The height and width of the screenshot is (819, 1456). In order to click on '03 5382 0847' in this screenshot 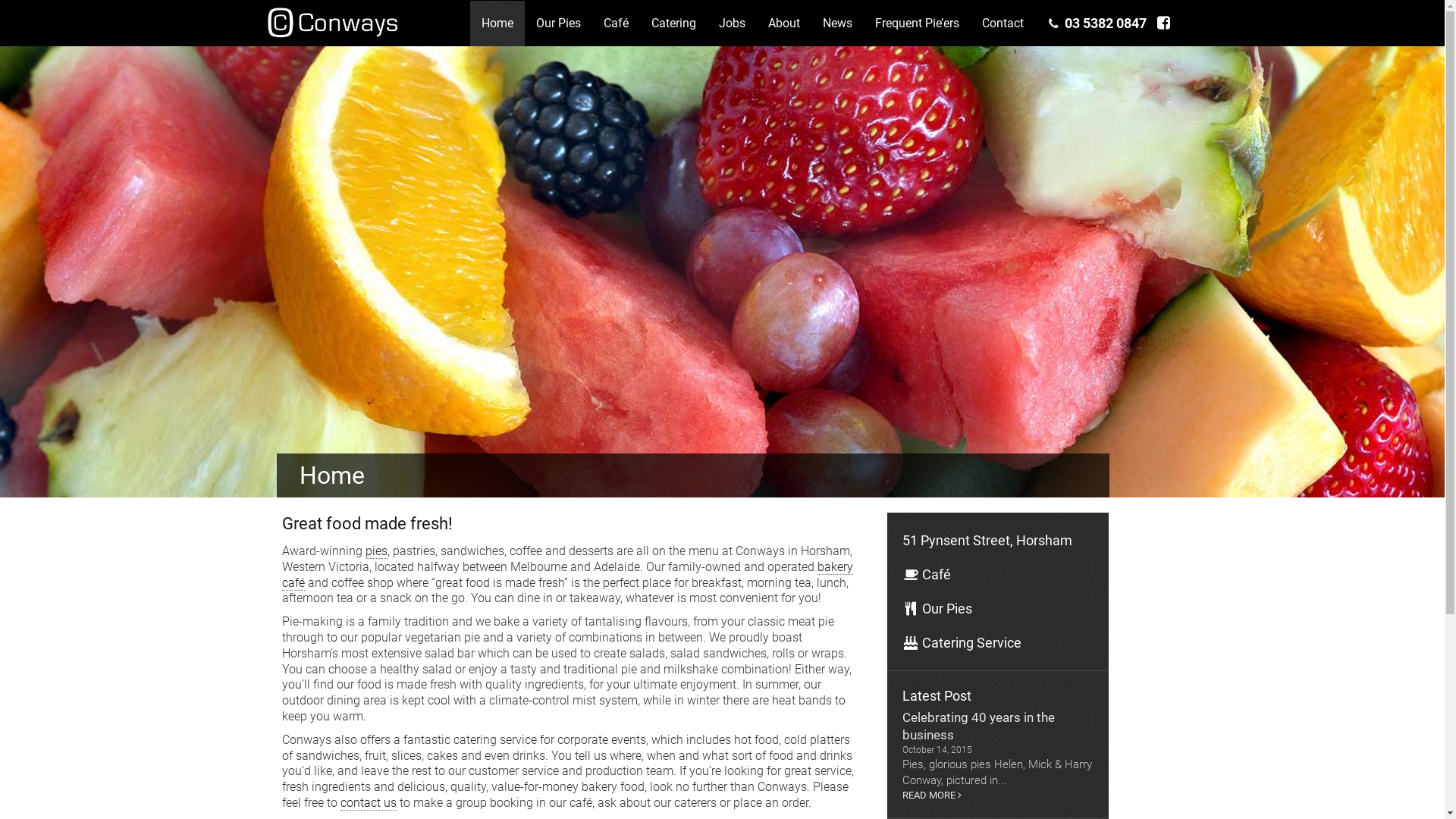, I will do `click(1097, 23)`.